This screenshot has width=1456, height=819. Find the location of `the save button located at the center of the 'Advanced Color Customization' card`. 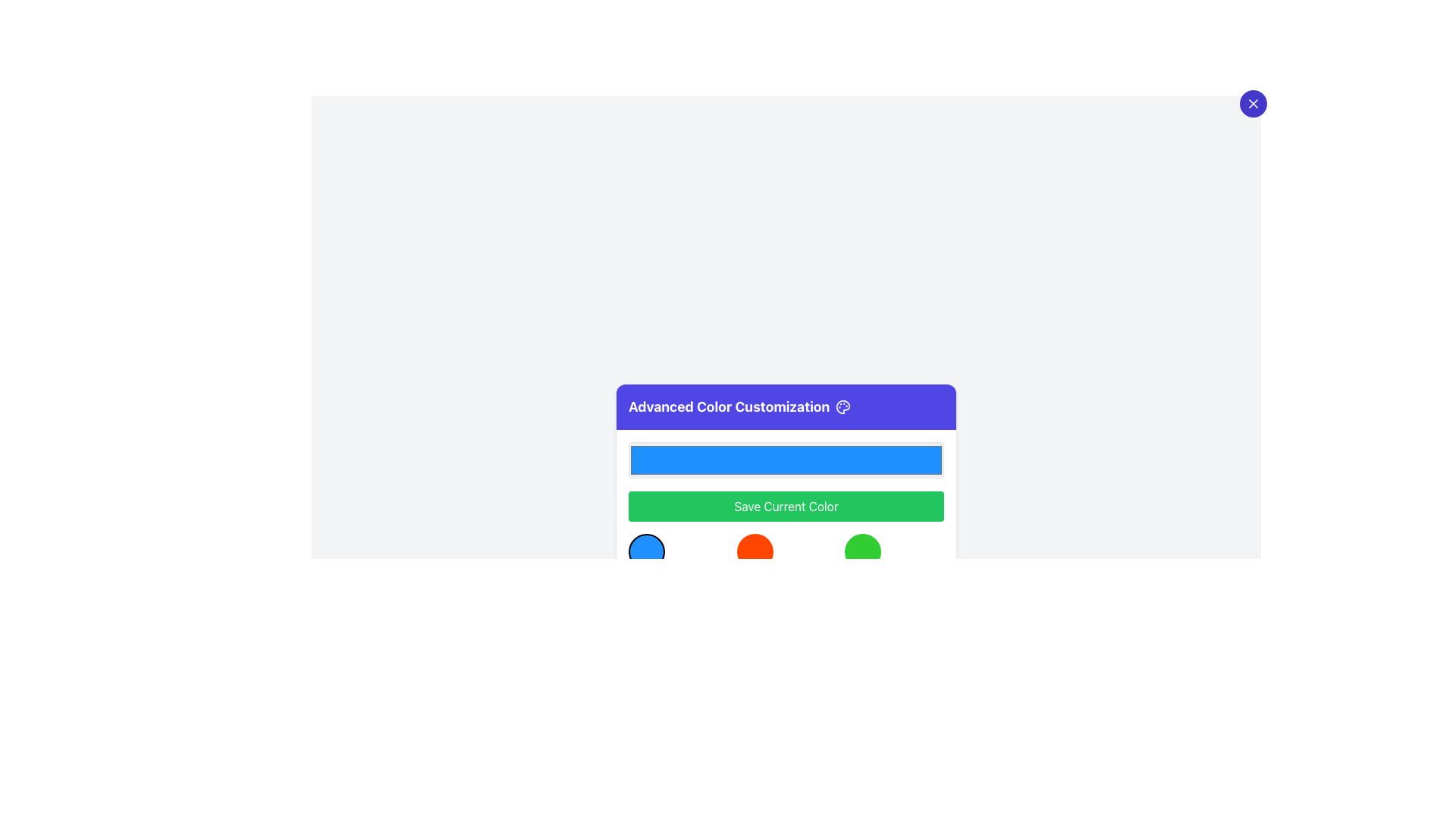

the save button located at the center of the 'Advanced Color Customization' card is located at coordinates (786, 506).